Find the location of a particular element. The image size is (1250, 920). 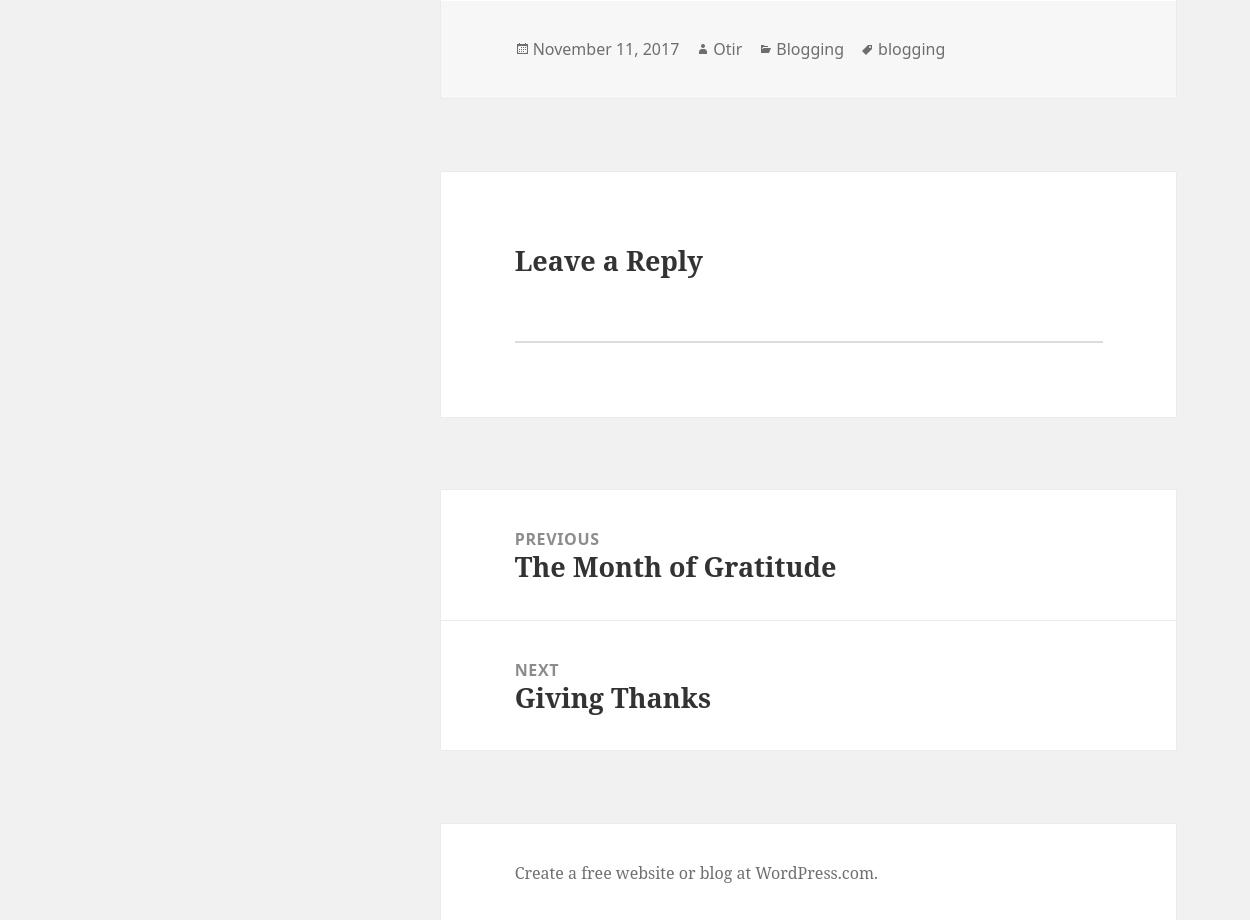

'Otir' is located at coordinates (712, 49).